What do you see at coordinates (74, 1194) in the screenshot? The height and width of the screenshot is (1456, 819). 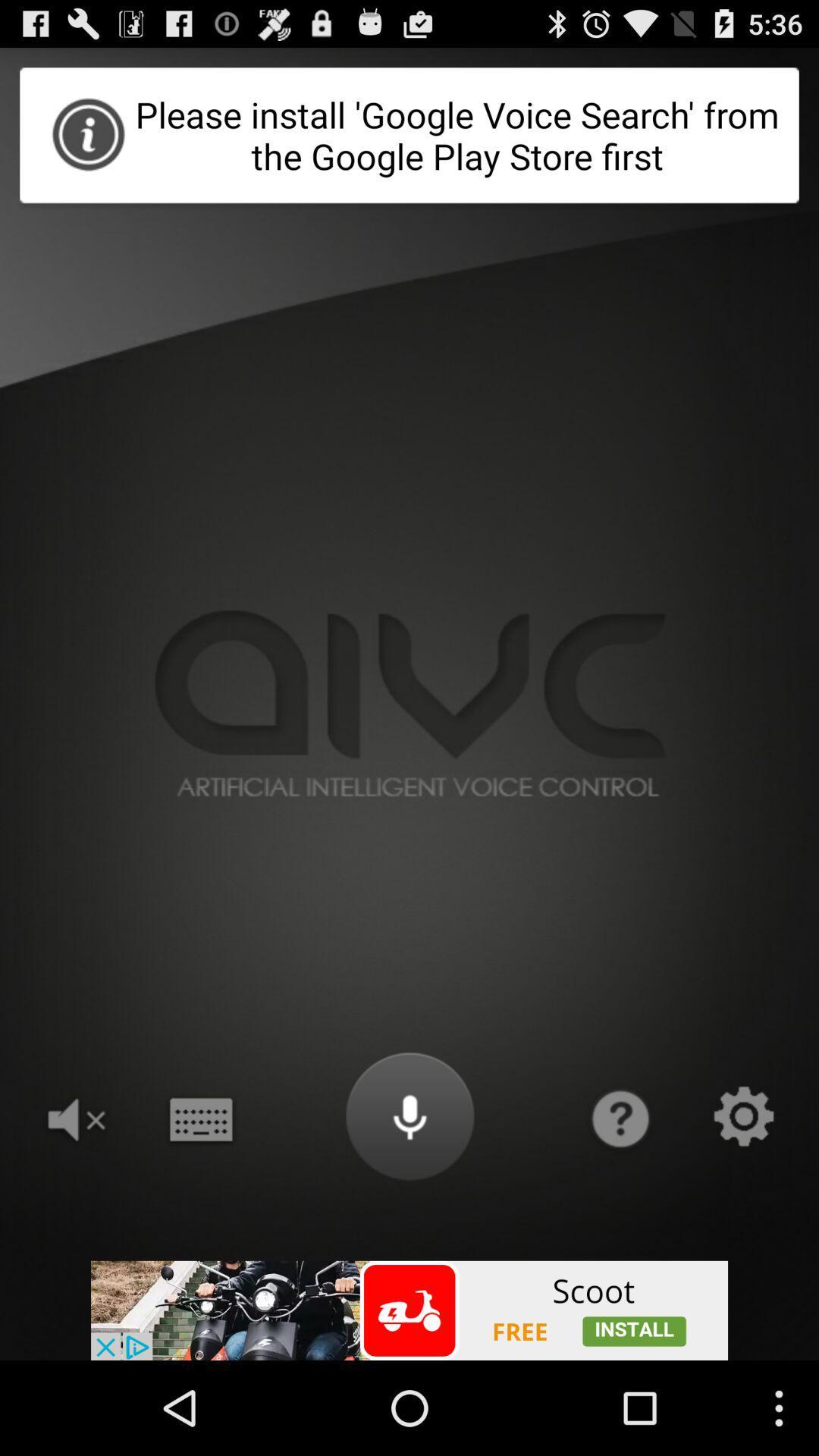 I see `the volume icon` at bounding box center [74, 1194].